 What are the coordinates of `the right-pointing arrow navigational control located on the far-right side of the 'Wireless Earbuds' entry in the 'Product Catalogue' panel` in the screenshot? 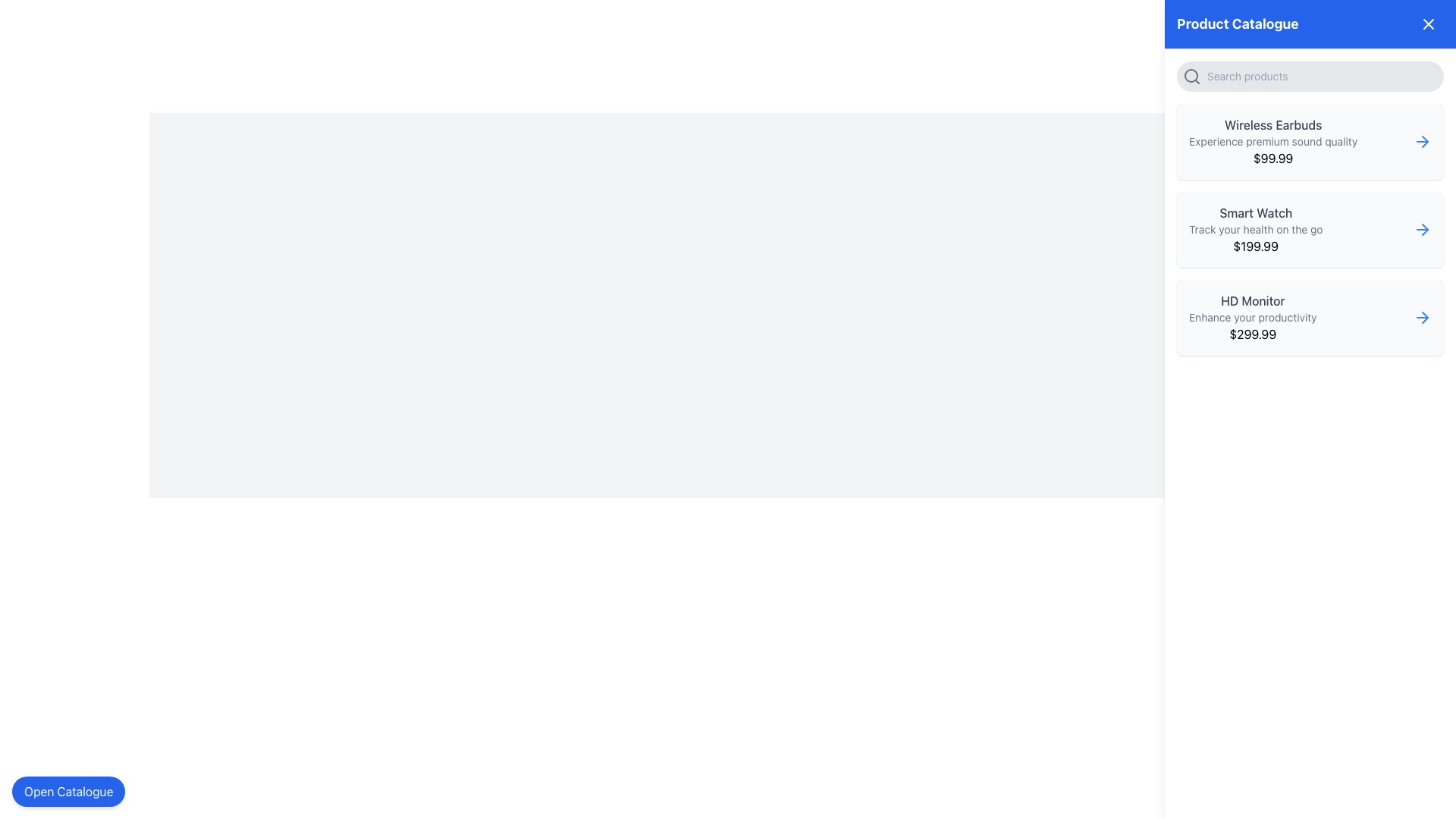 It's located at (1422, 141).